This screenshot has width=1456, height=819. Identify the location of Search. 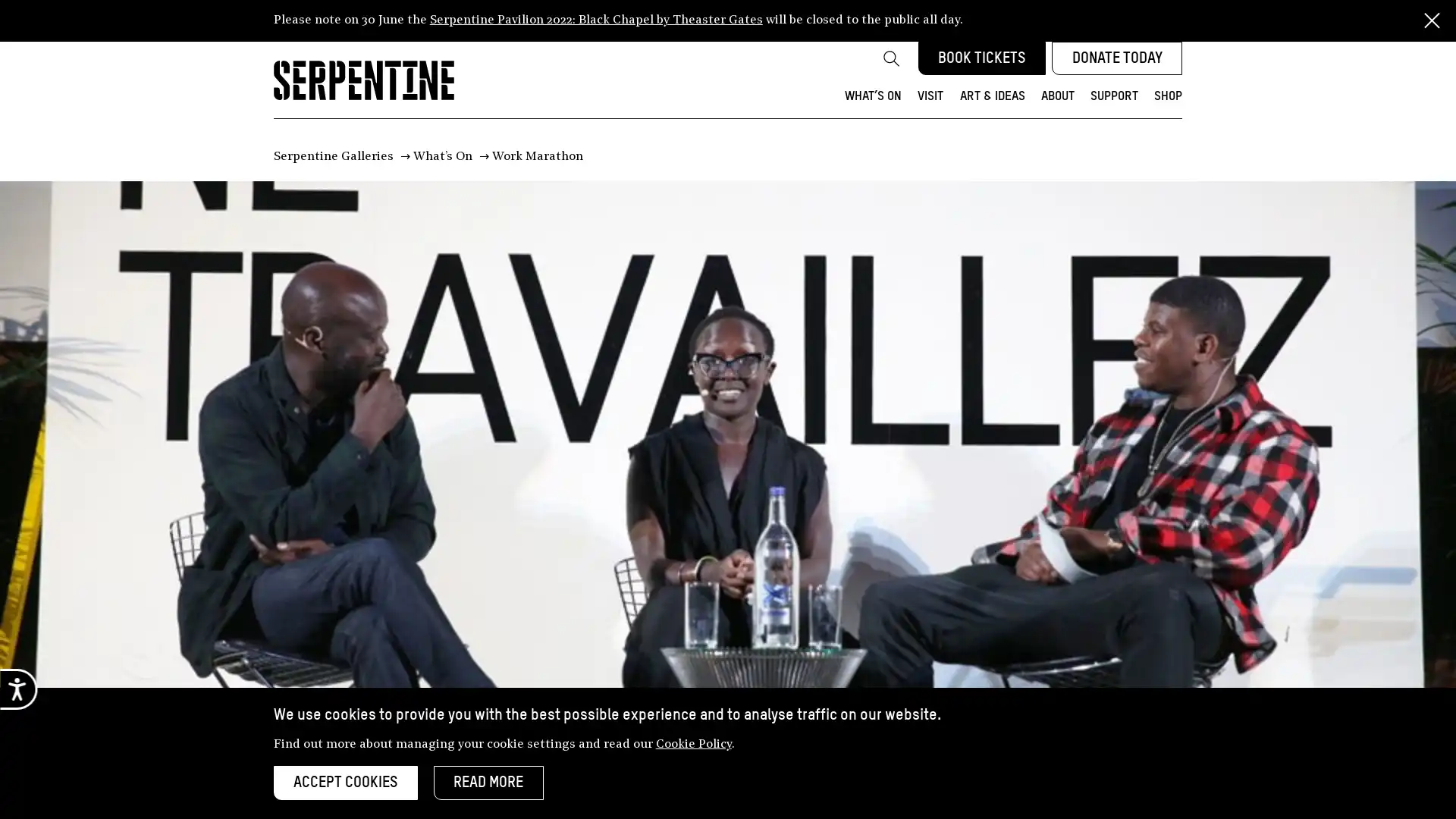
(890, 57).